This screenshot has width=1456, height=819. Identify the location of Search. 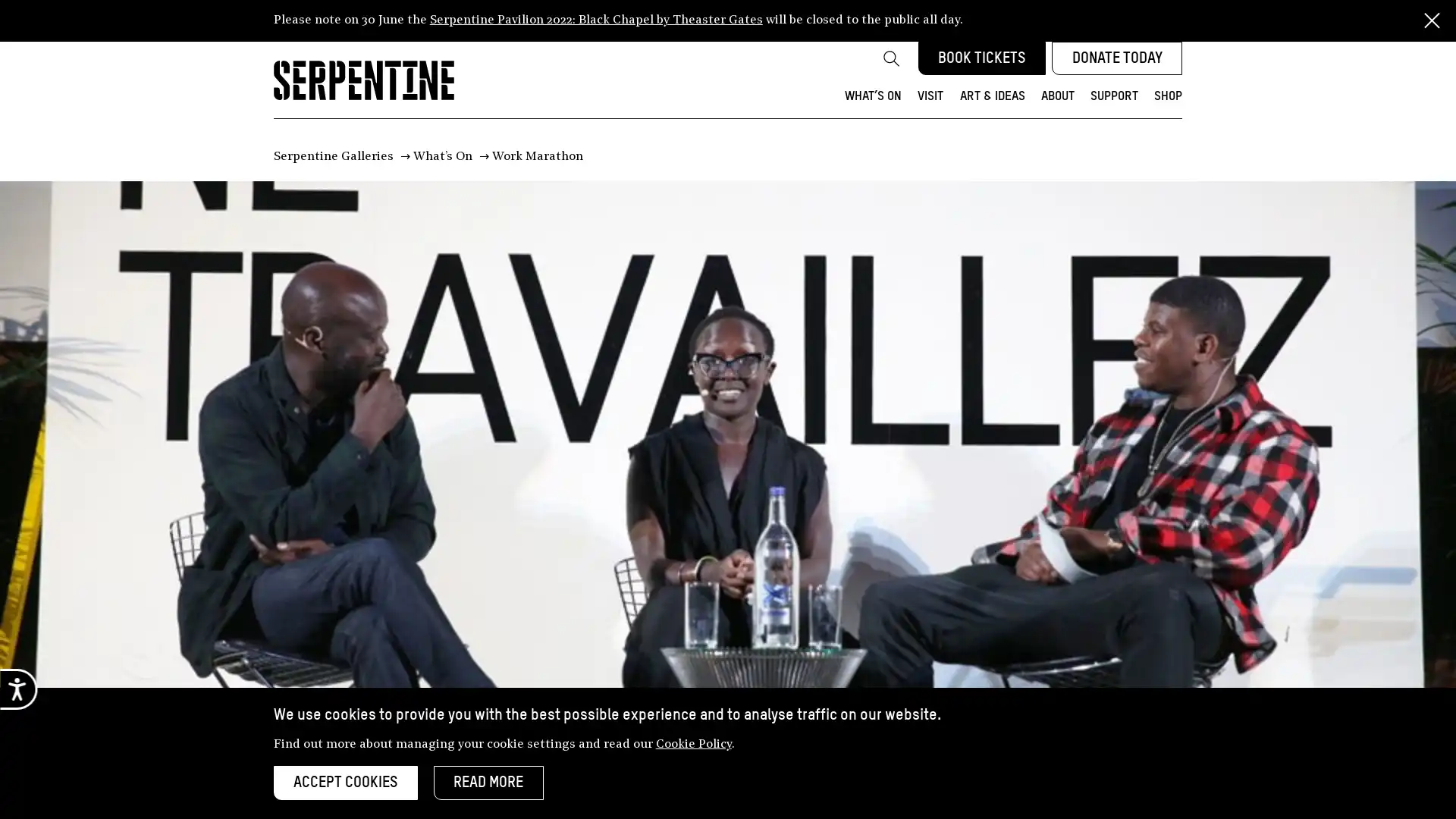
(890, 57).